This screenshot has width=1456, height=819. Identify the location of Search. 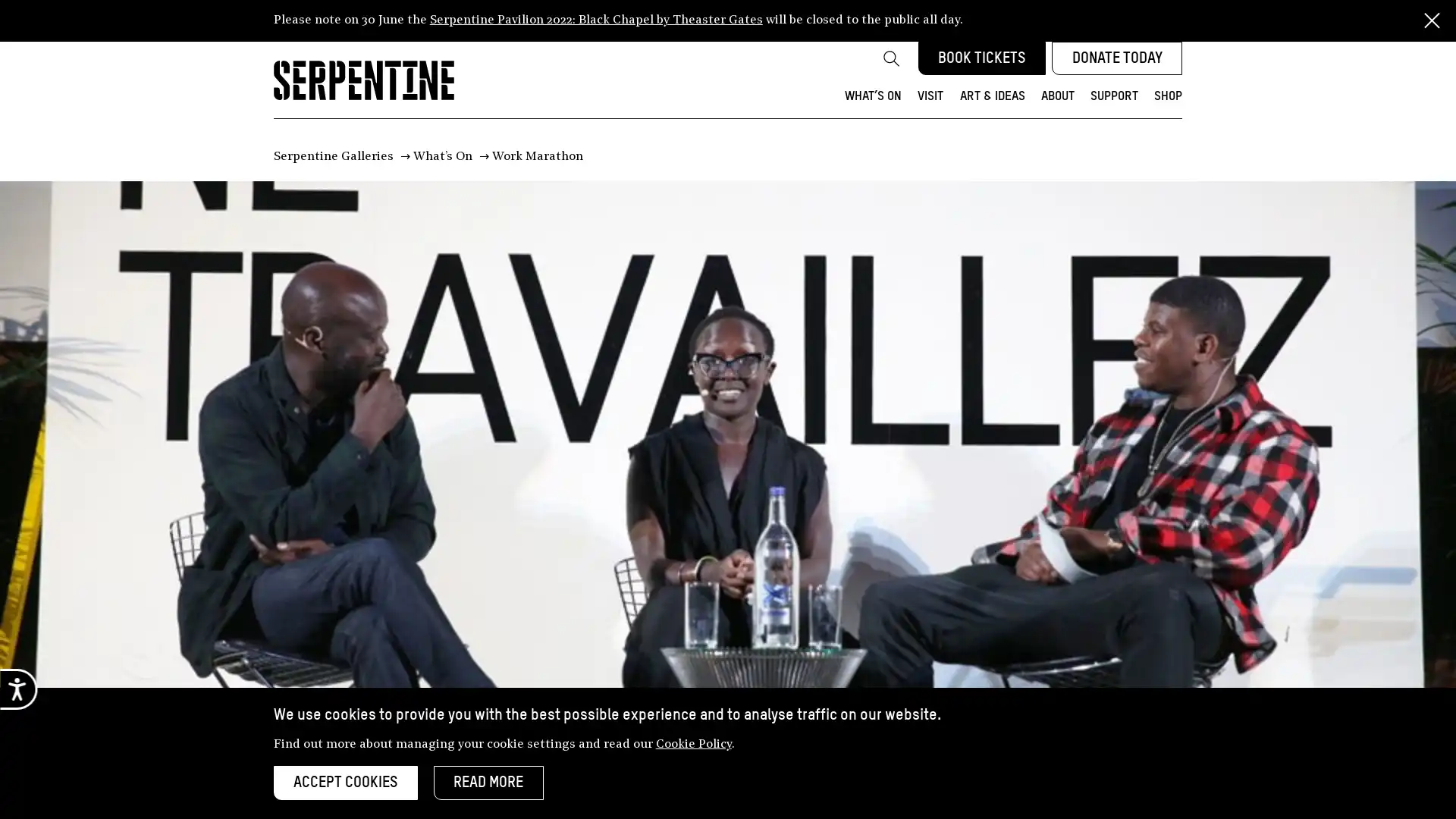
(890, 57).